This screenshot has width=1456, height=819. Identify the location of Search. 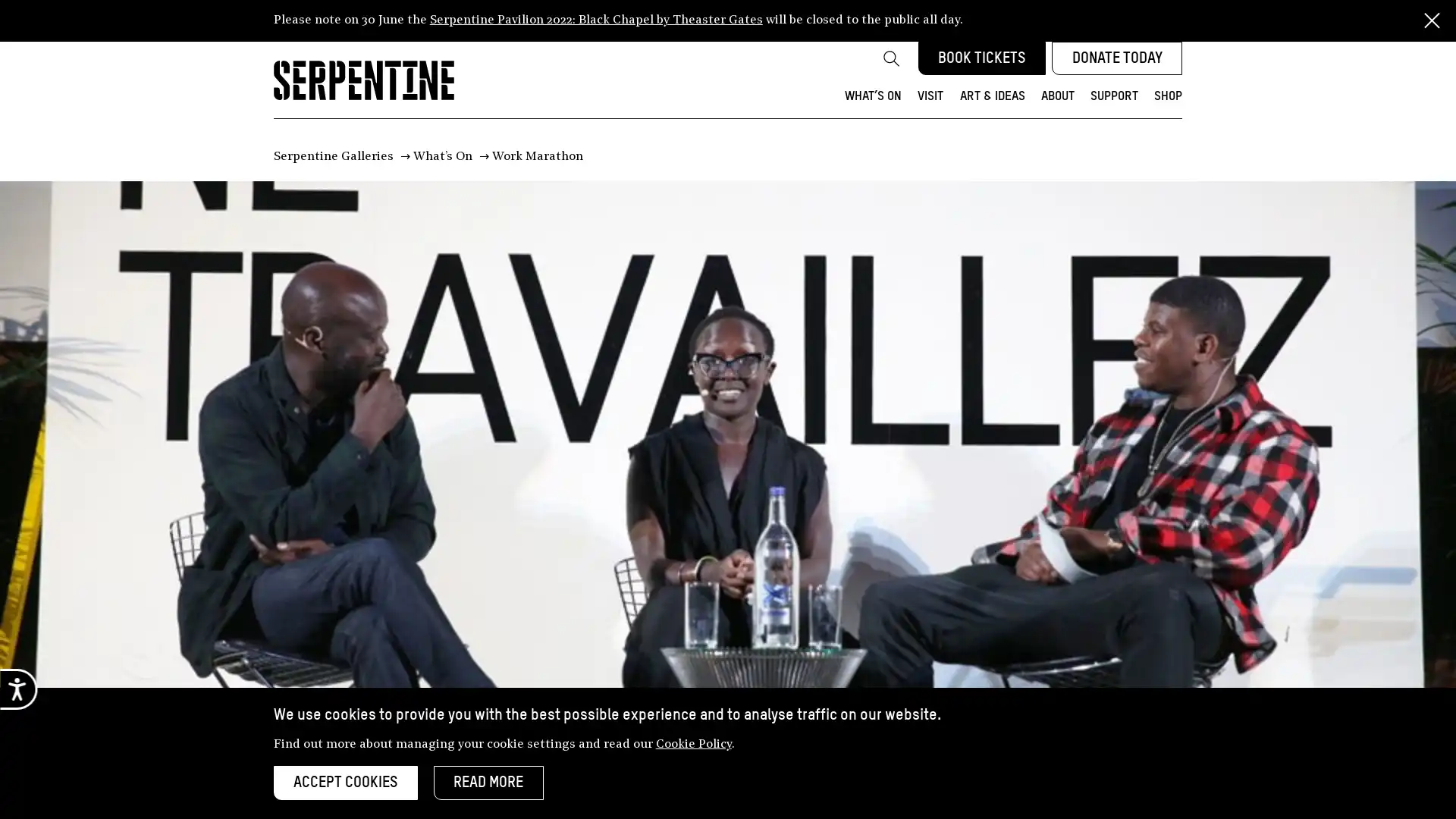
(890, 57).